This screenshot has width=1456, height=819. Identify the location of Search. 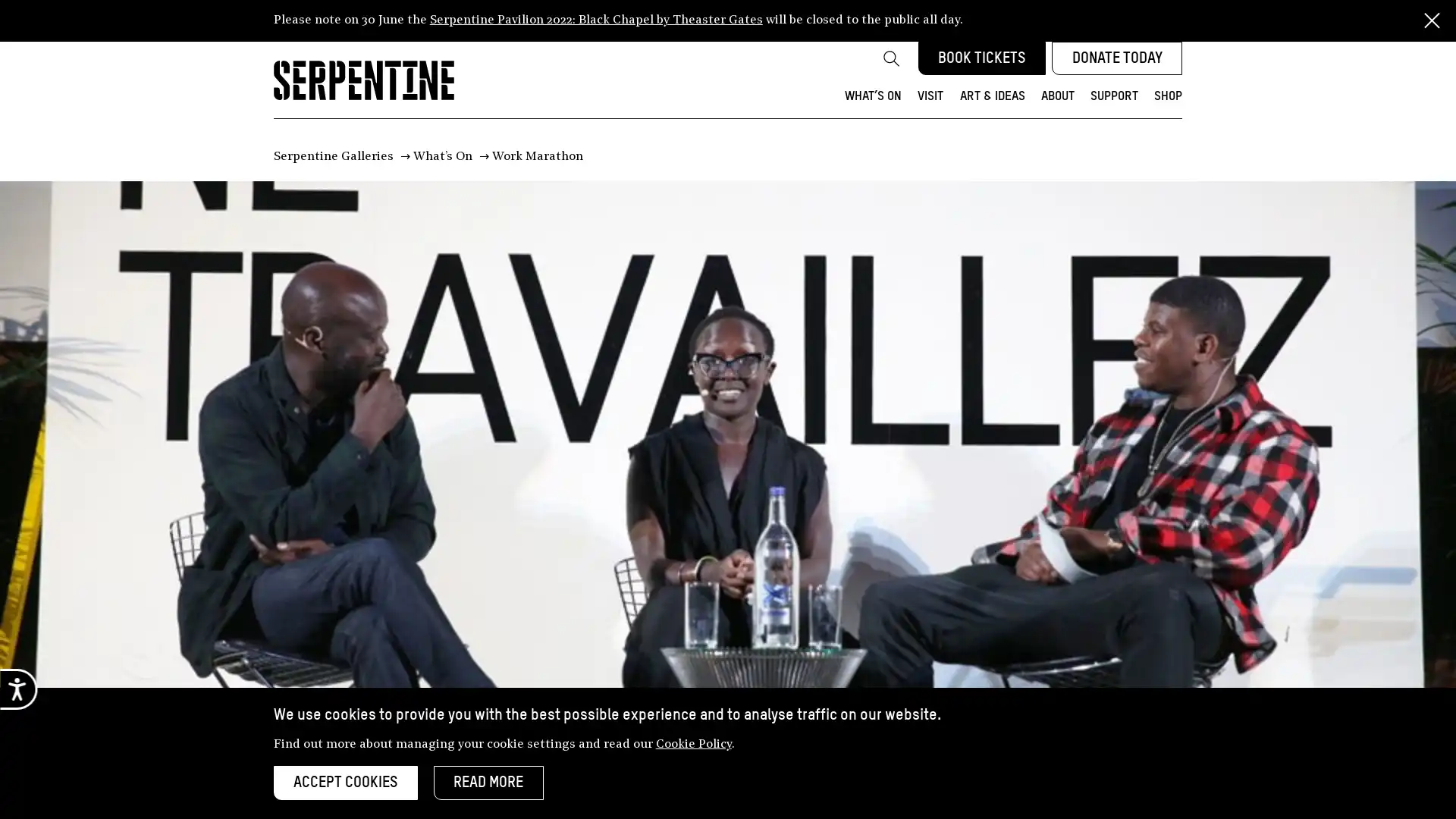
(890, 57).